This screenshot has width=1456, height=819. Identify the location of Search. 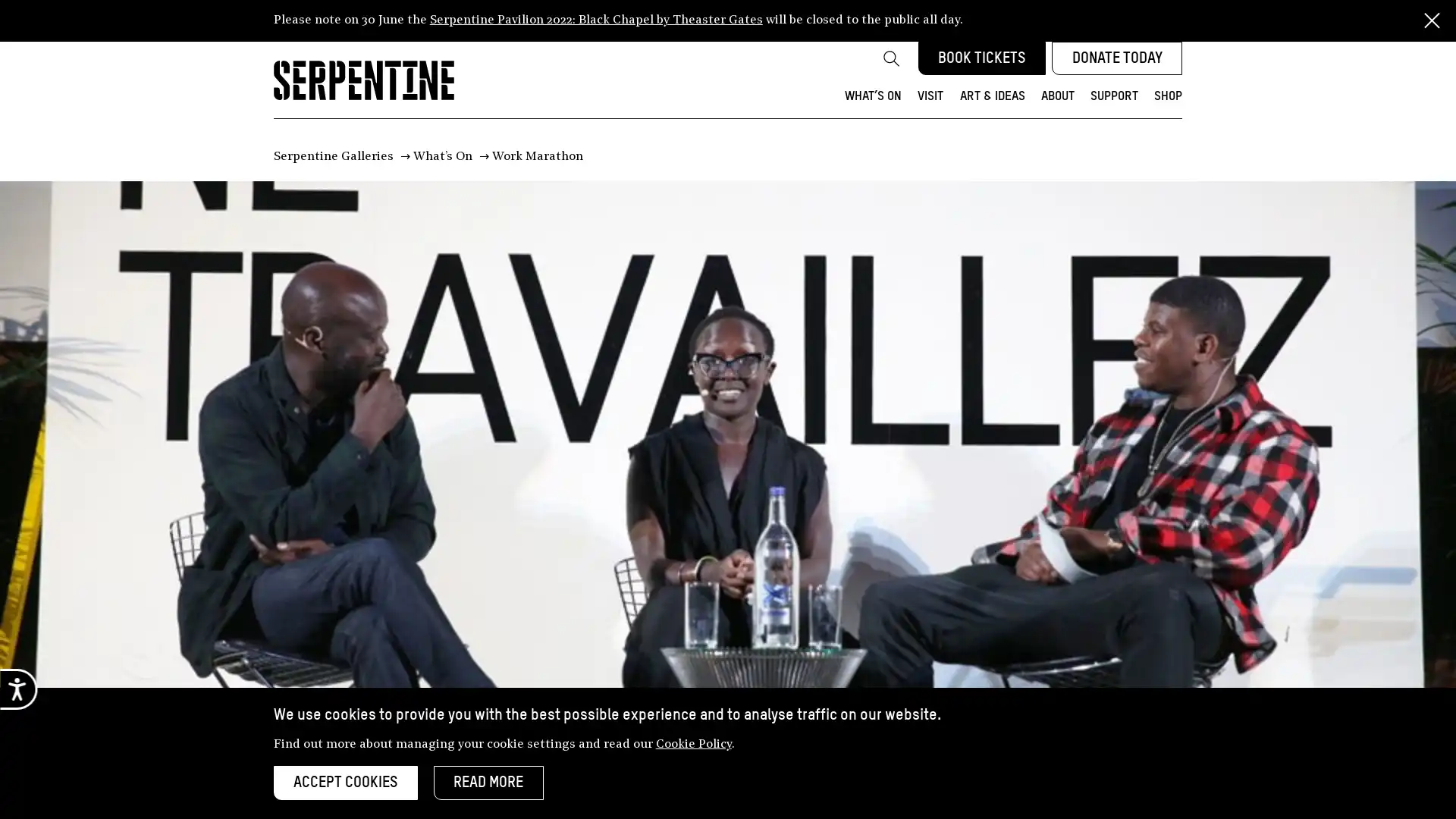
(890, 57).